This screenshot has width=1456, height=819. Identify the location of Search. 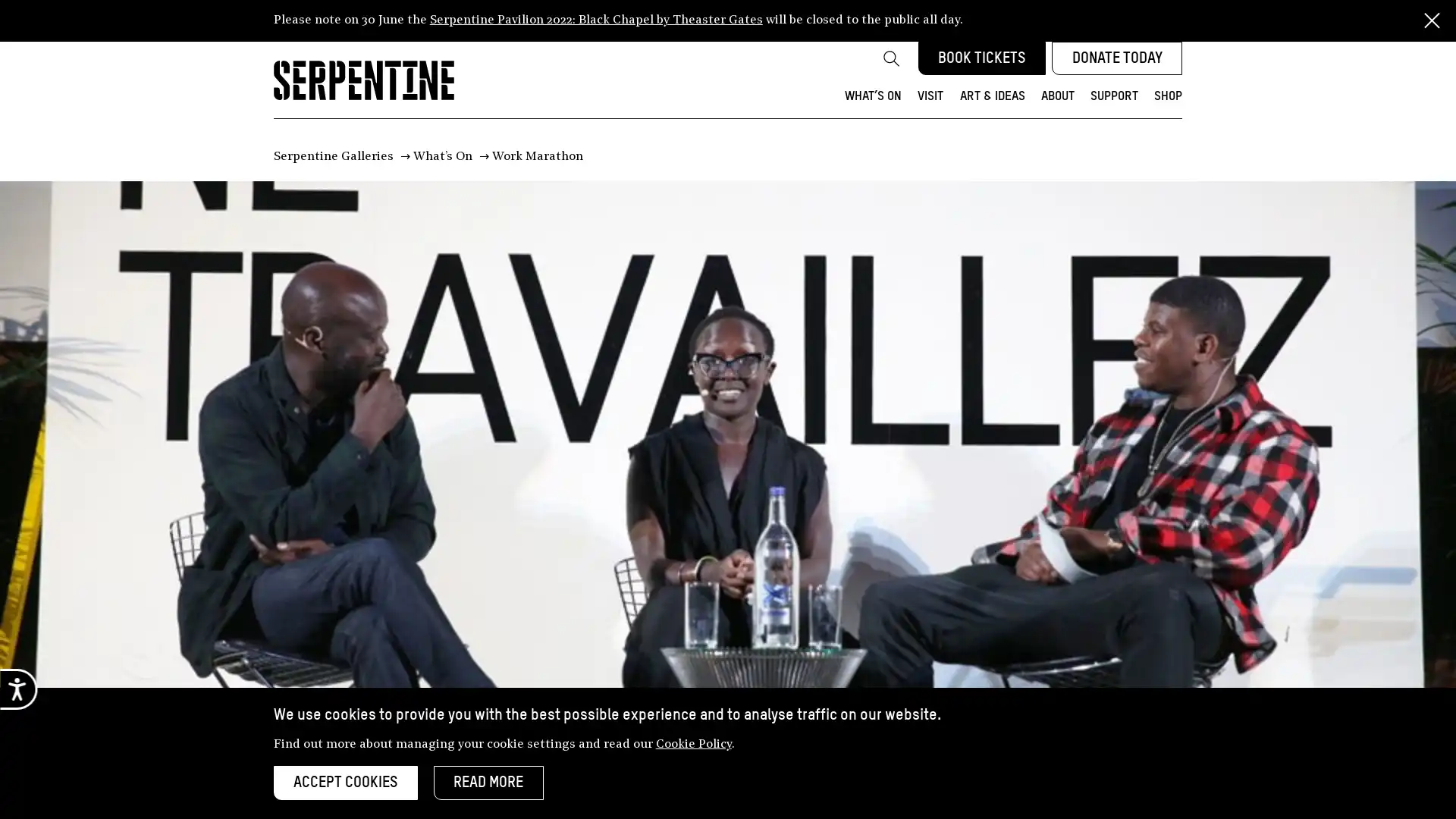
(890, 57).